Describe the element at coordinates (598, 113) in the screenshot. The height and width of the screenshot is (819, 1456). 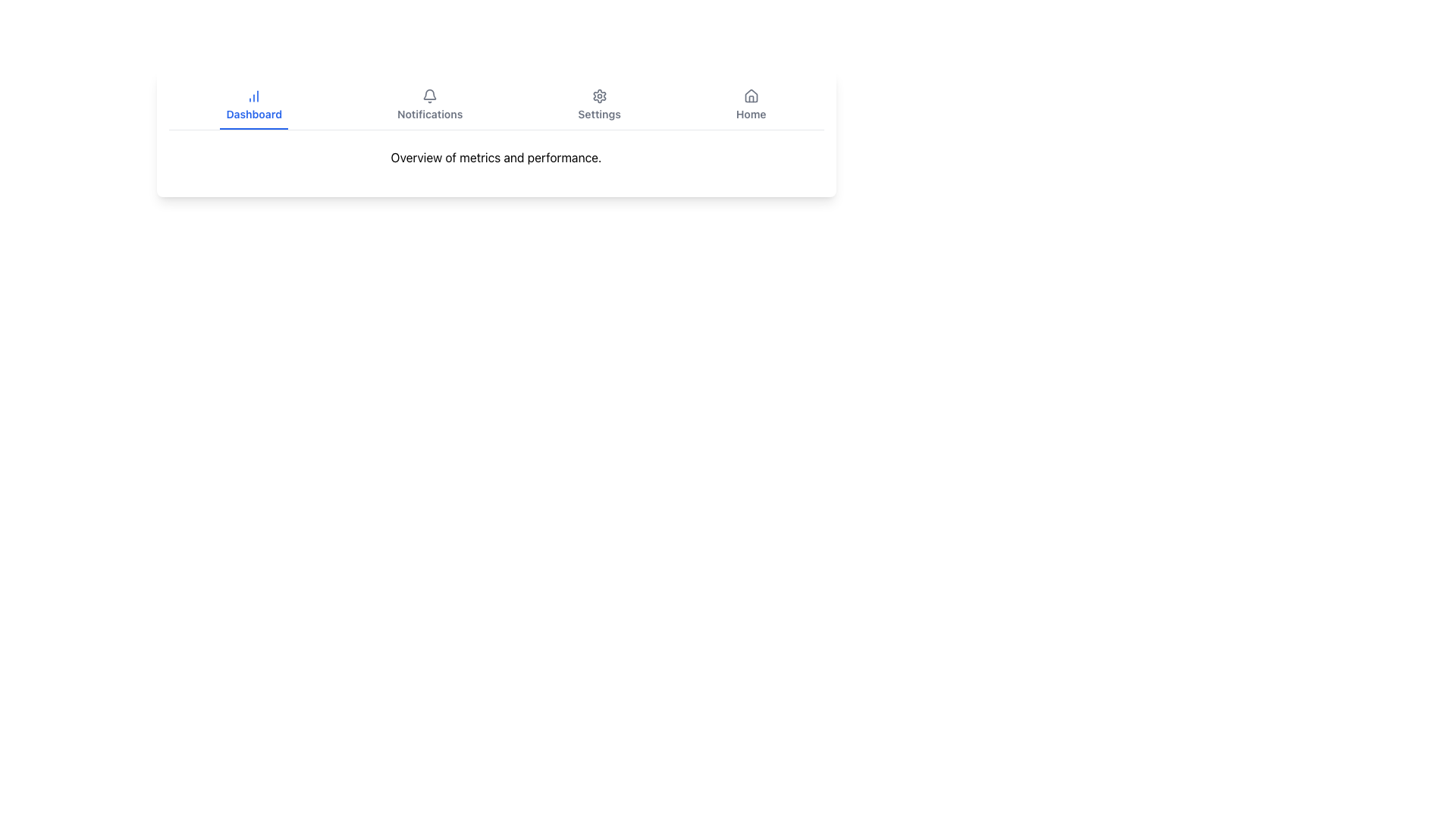
I see `the Text Label that describes the settings feature, located at the bottom of a vertical stack in the navigation bar` at that location.